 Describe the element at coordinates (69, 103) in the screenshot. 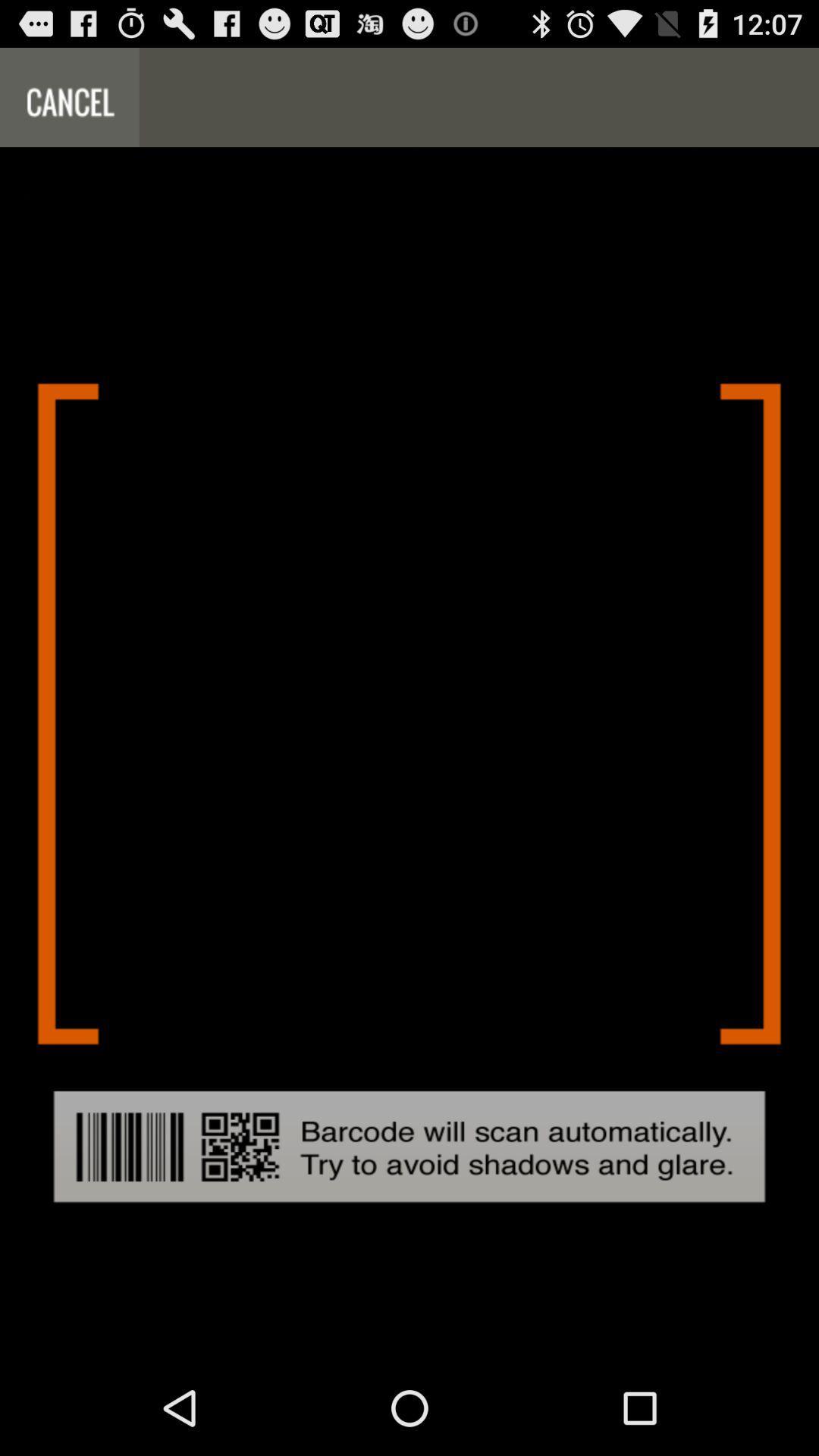

I see `the font icon` at that location.